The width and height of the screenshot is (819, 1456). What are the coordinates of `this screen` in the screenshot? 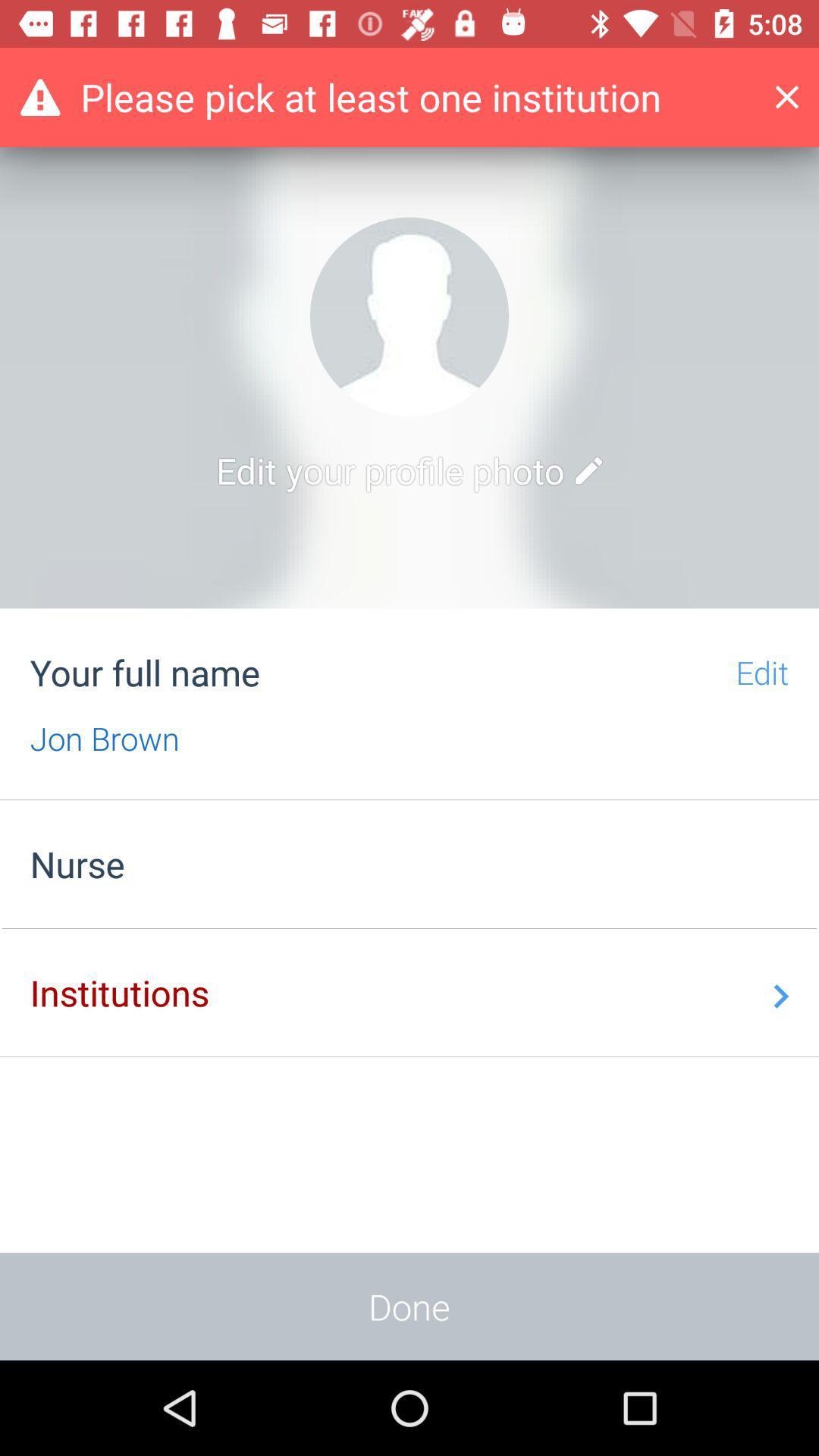 It's located at (798, 96).